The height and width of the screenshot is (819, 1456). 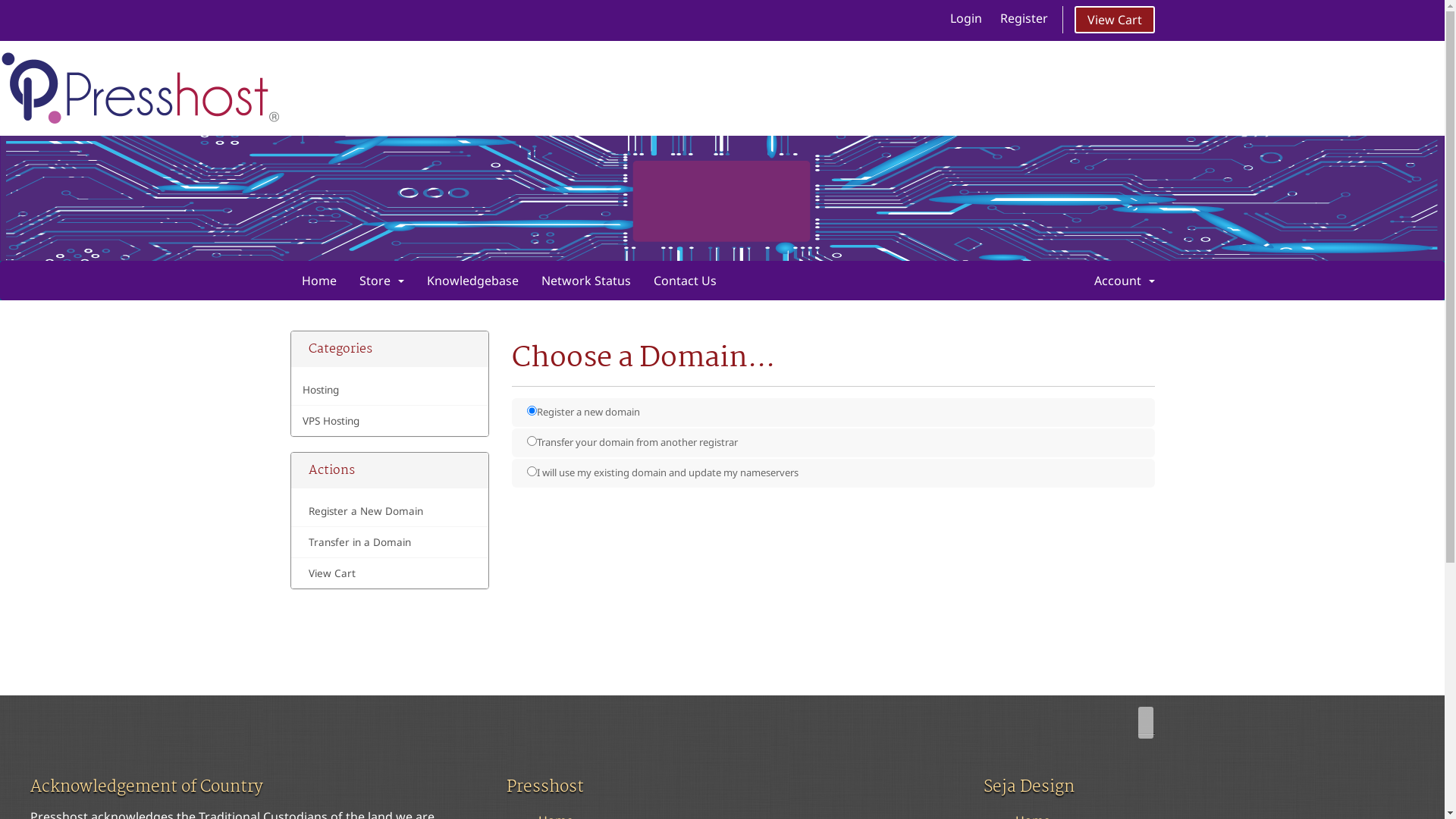 I want to click on 'Contact Us', so click(x=683, y=281).